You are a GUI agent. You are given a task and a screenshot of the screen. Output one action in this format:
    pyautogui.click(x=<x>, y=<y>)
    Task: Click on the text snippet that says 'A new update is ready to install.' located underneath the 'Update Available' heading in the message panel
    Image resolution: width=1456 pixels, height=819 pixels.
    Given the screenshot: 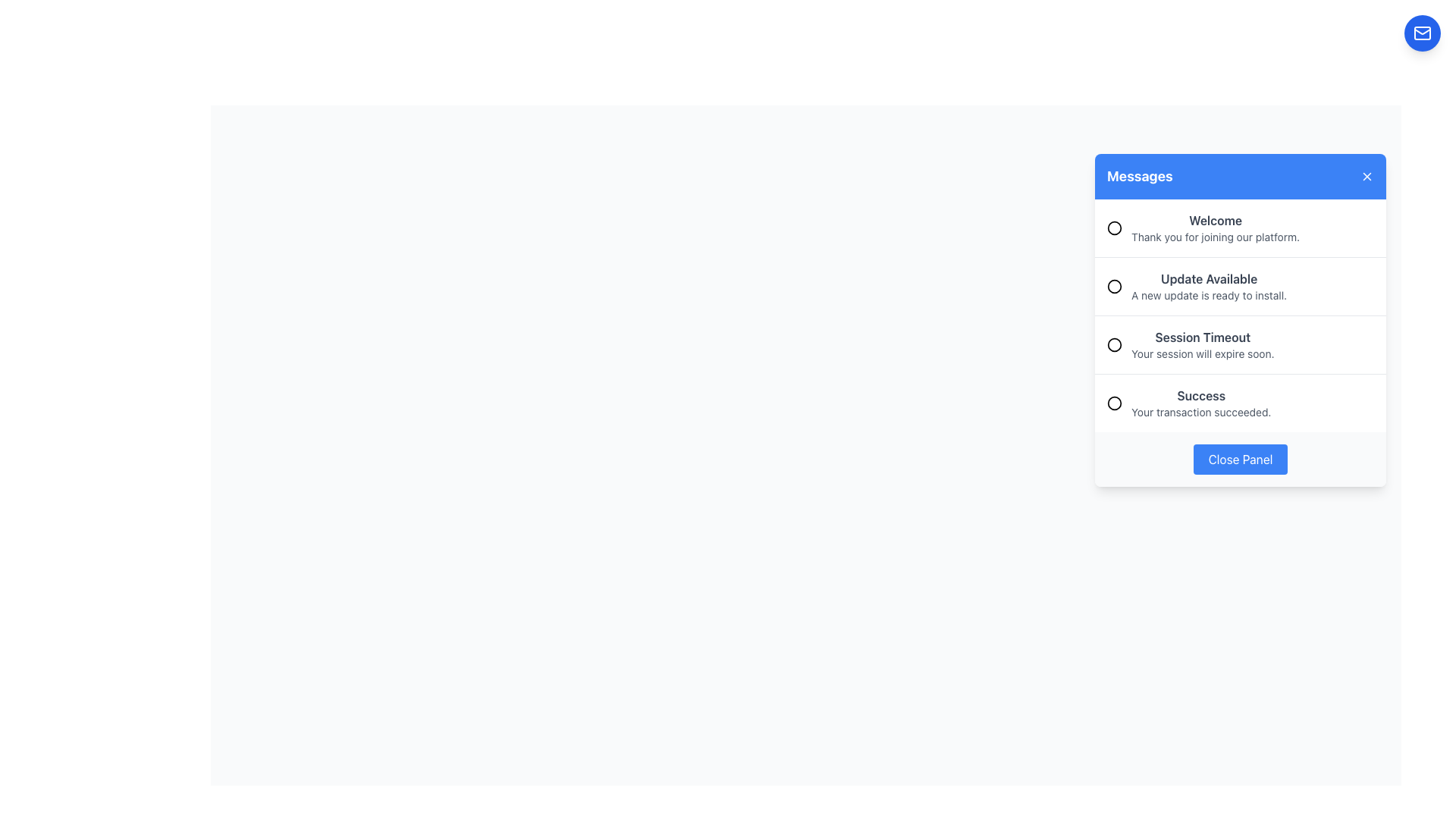 What is the action you would take?
    pyautogui.click(x=1208, y=295)
    